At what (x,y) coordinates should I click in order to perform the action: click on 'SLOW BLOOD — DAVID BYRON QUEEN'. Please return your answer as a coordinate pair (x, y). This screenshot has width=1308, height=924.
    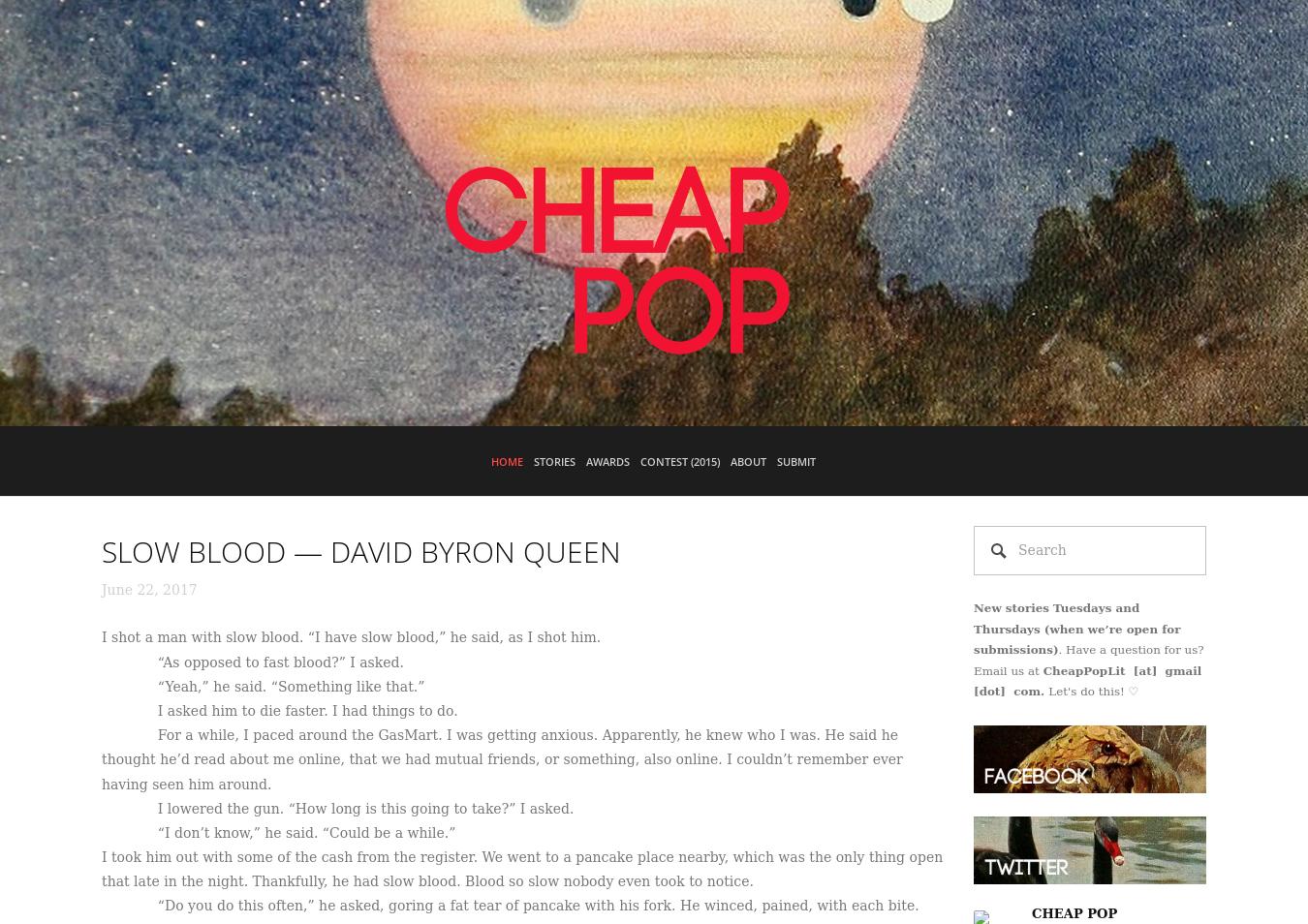
    Looking at the image, I should click on (361, 550).